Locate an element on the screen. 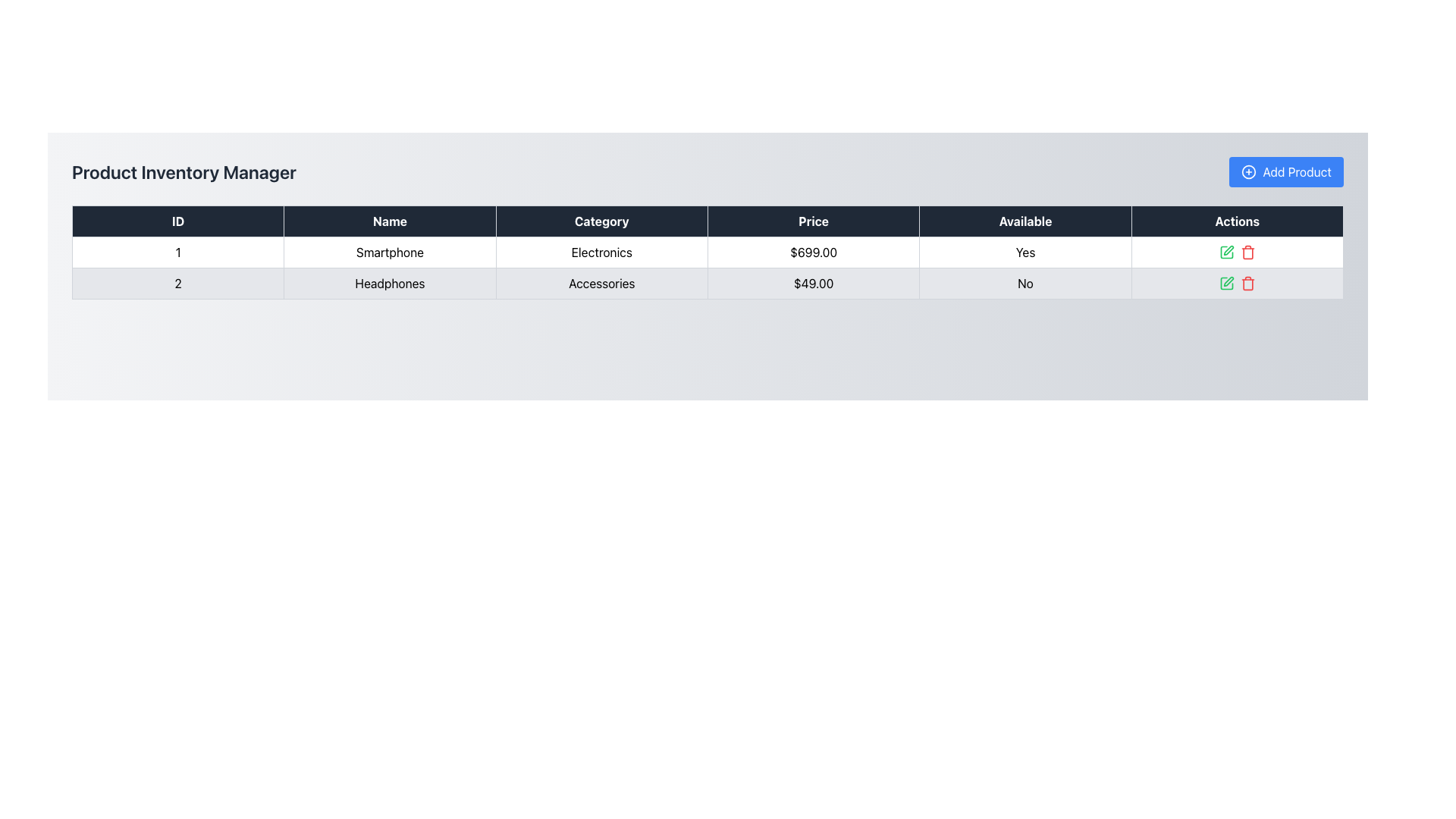 This screenshot has width=1456, height=819. the first cell of the first row in the table under the 'ID' column is located at coordinates (178, 251).